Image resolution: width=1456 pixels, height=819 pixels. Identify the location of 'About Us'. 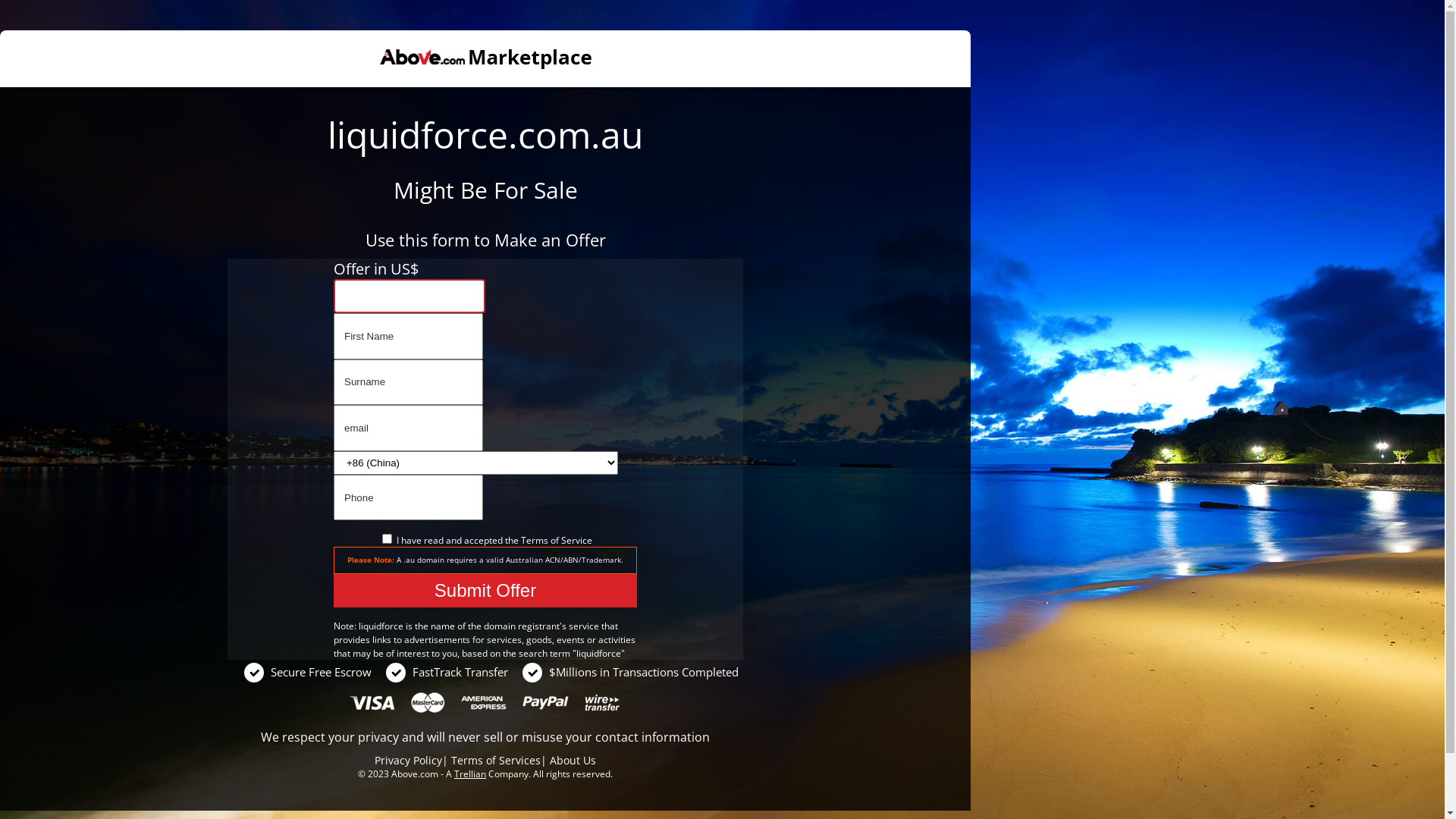
(572, 760).